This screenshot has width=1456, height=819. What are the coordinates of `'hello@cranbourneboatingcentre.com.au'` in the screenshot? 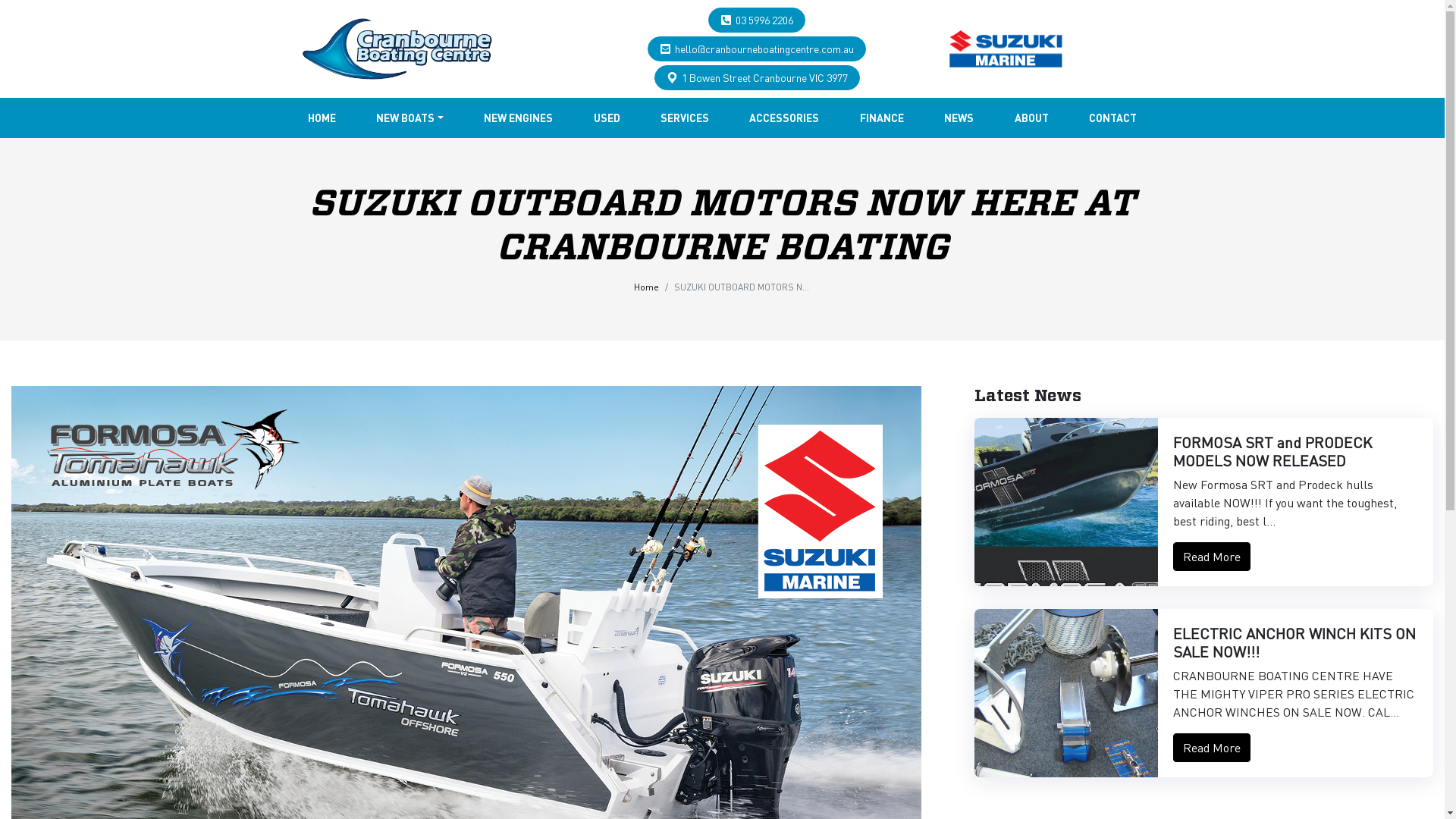 It's located at (764, 48).